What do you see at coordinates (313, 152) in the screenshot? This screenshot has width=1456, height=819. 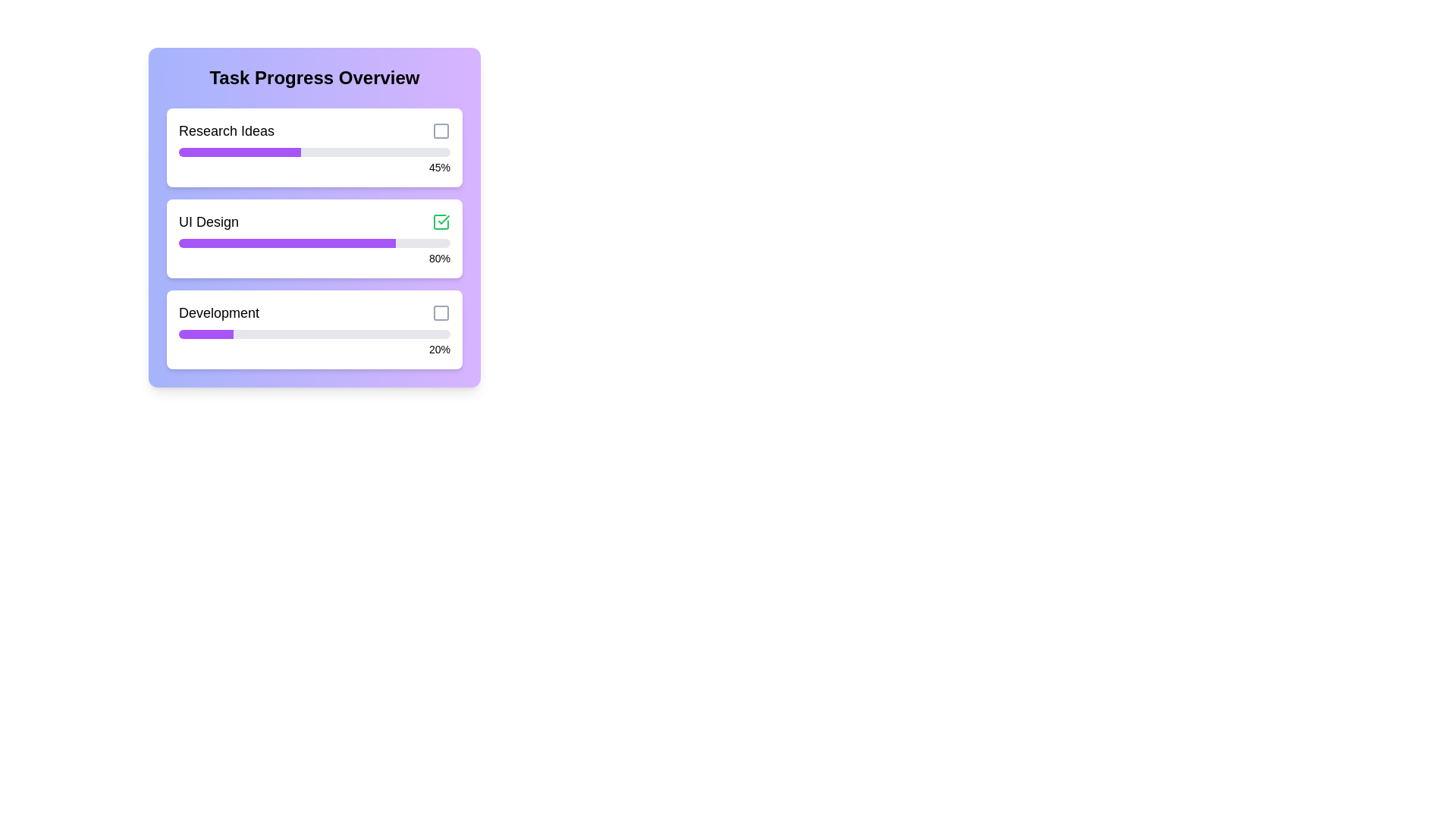 I see `the horizontal progress bar in the 'Task Progress Overview' widget, which has a gray background and a purple filled section, to indicate the current progress at 45%` at bounding box center [313, 152].